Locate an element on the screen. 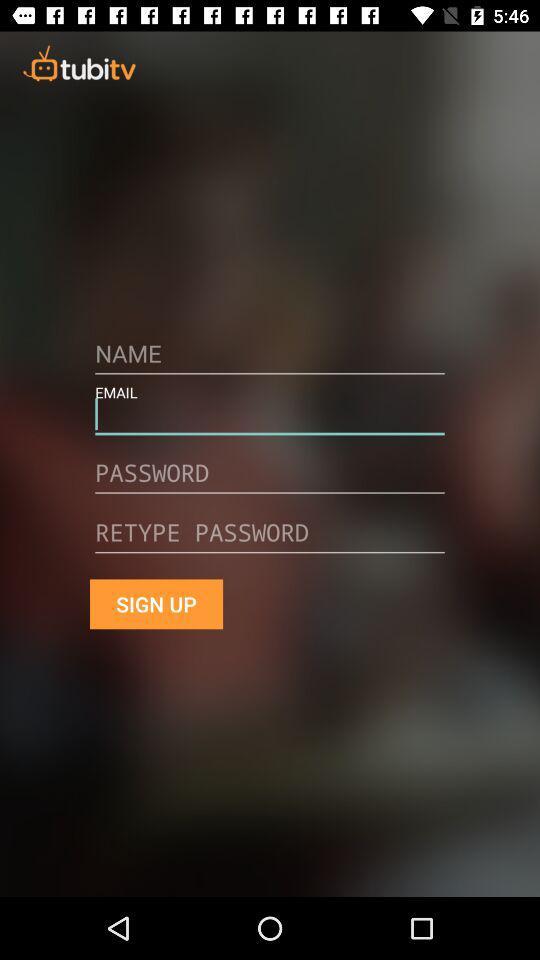 The height and width of the screenshot is (960, 540). and/or edit password is located at coordinates (270, 480).